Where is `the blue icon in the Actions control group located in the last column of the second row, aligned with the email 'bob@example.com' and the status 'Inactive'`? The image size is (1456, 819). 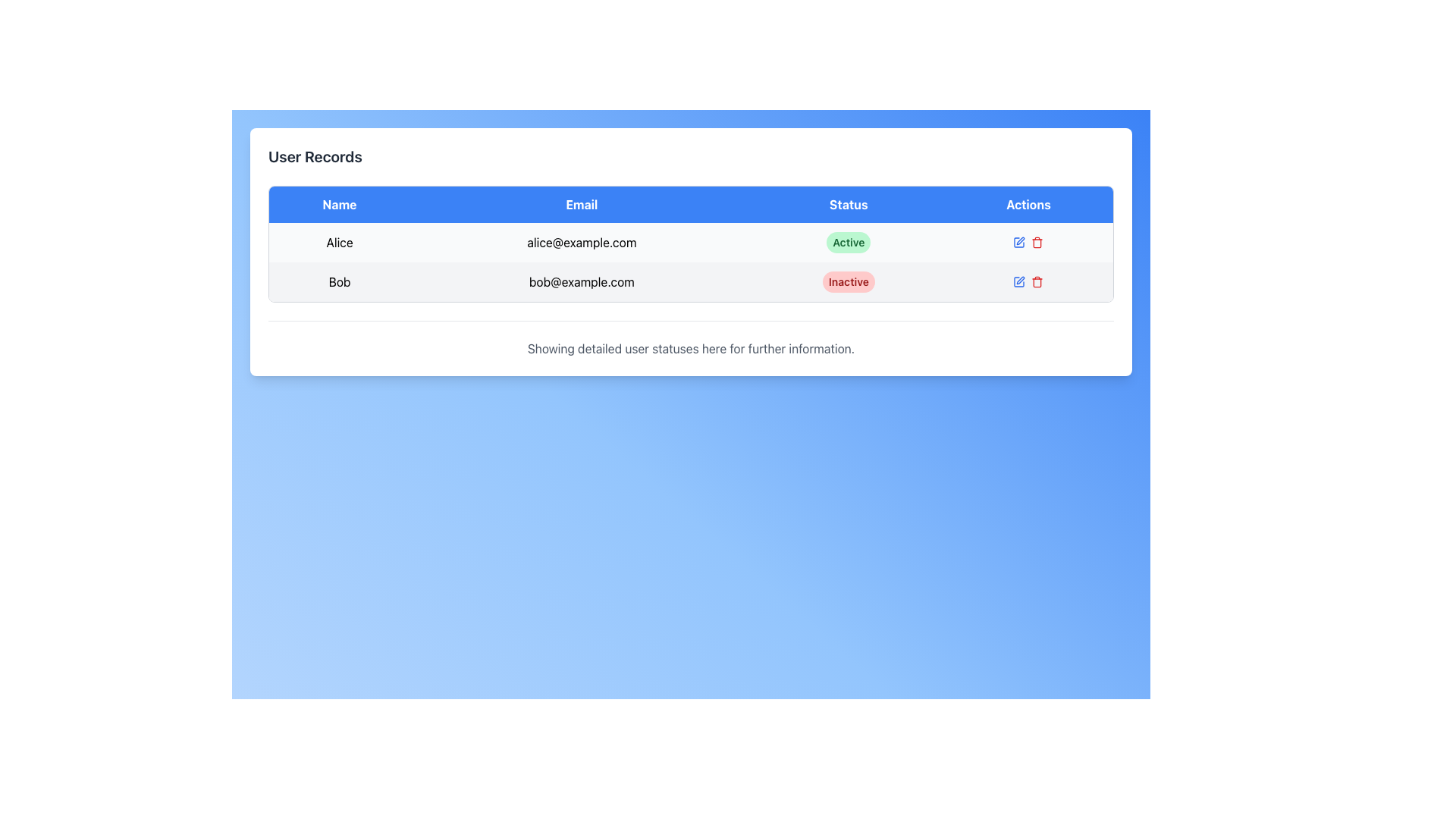
the blue icon in the Actions control group located in the last column of the second row, aligned with the email 'bob@example.com' and the status 'Inactive' is located at coordinates (1028, 281).